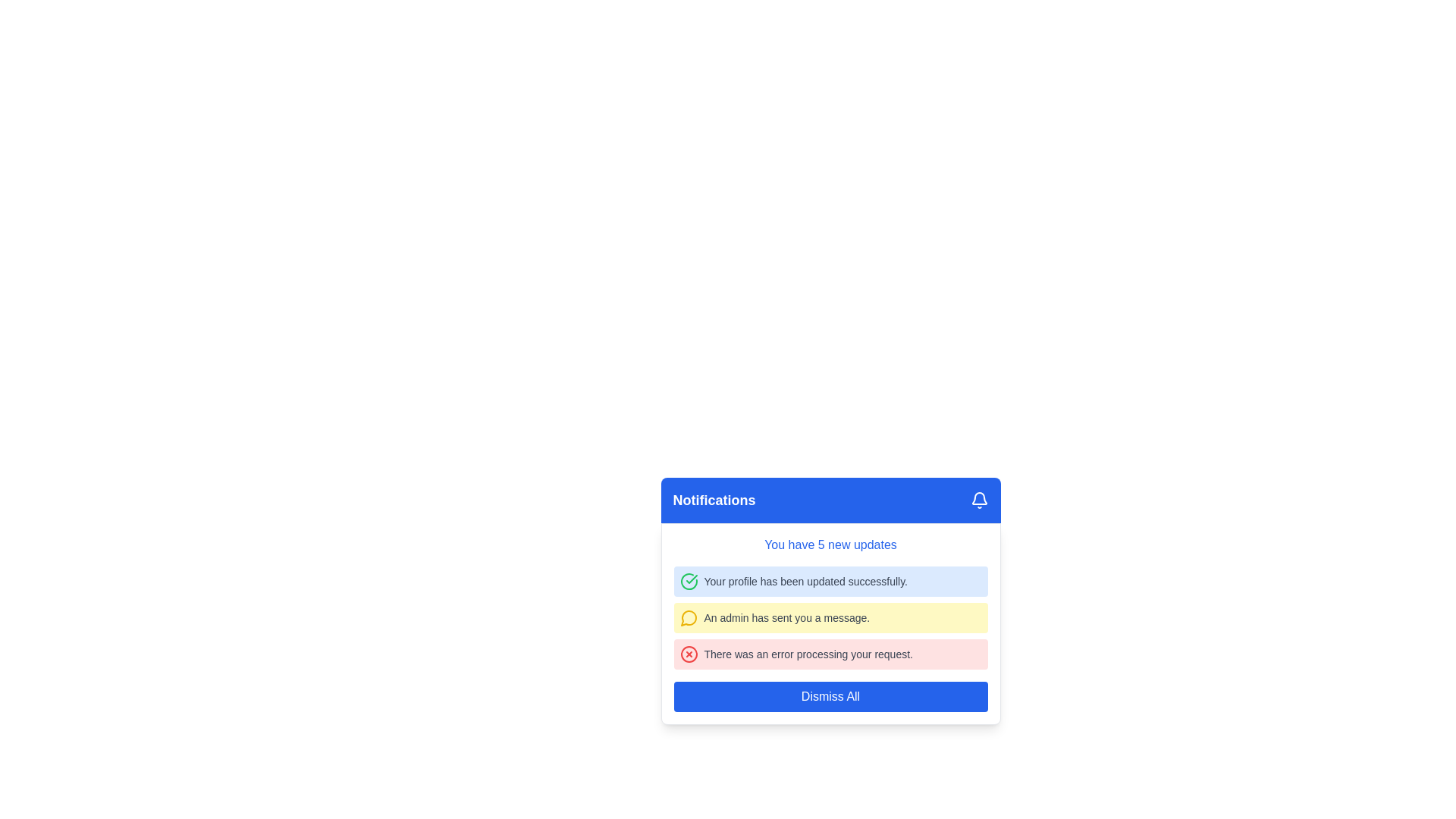 Image resolution: width=1456 pixels, height=819 pixels. Describe the element at coordinates (688, 654) in the screenshot. I see `the red circular icon with an 'X' glyph located in the leftmost area of the notification card's third row` at that location.